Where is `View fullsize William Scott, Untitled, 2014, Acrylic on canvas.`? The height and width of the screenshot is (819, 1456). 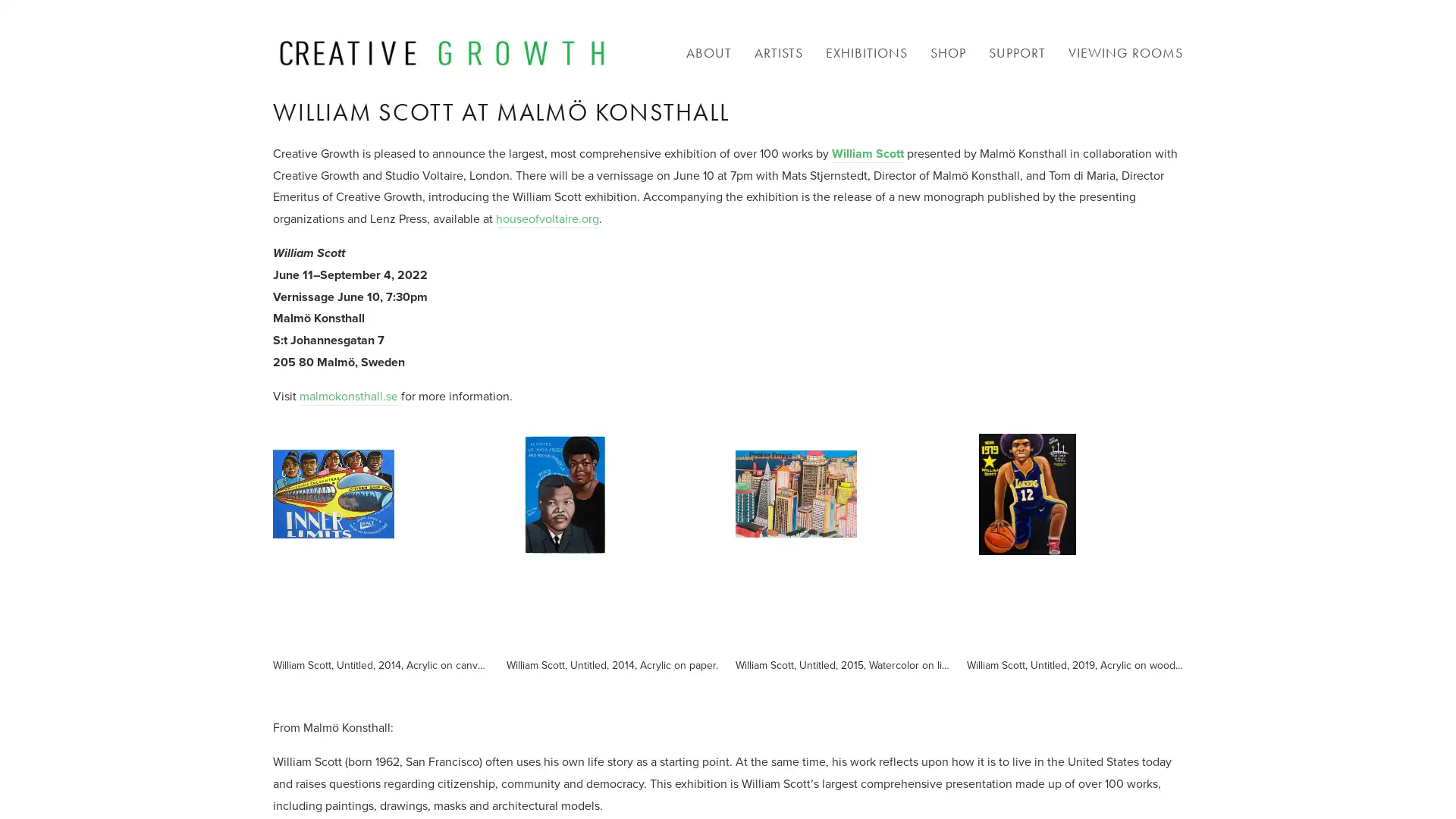
View fullsize William Scott, Untitled, 2014, Acrylic on canvas. is located at coordinates (381, 540).